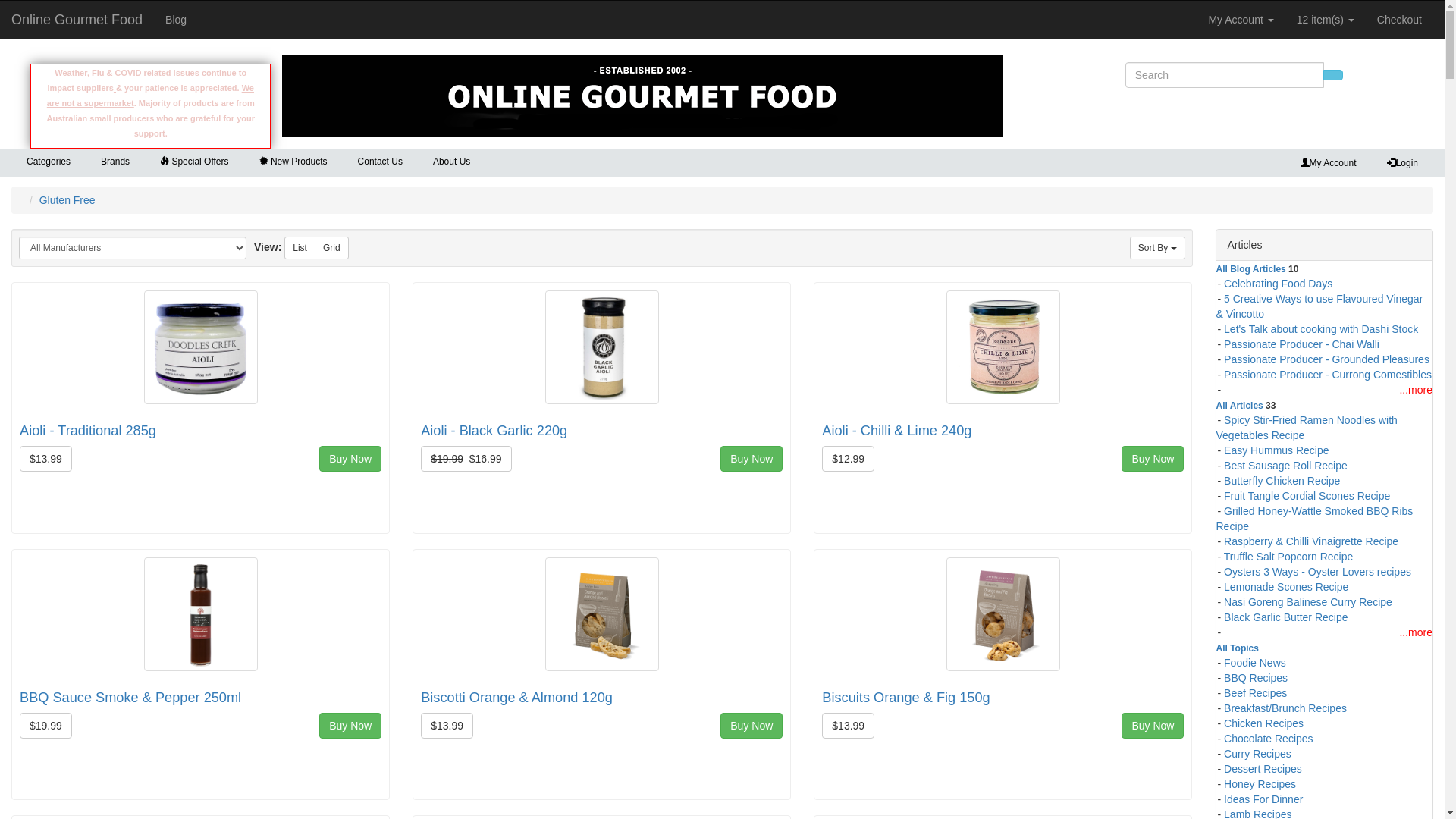 This screenshot has height=819, width=1456. What do you see at coordinates (1284, 707) in the screenshot?
I see `'Breakfast/Brunch Recipes'` at bounding box center [1284, 707].